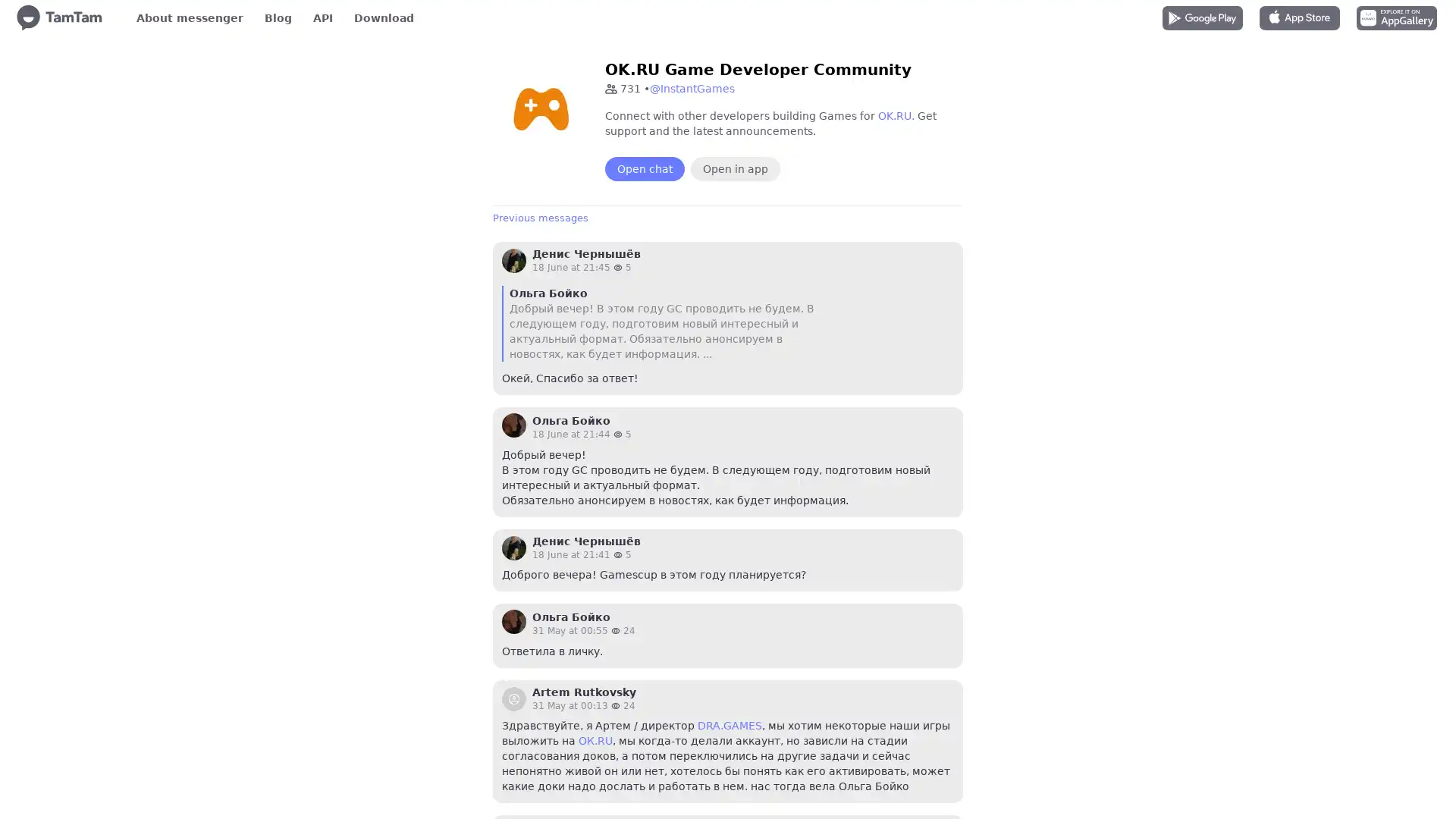 This screenshot has height=819, width=1456. Describe the element at coordinates (645, 169) in the screenshot. I see `Open chat` at that location.